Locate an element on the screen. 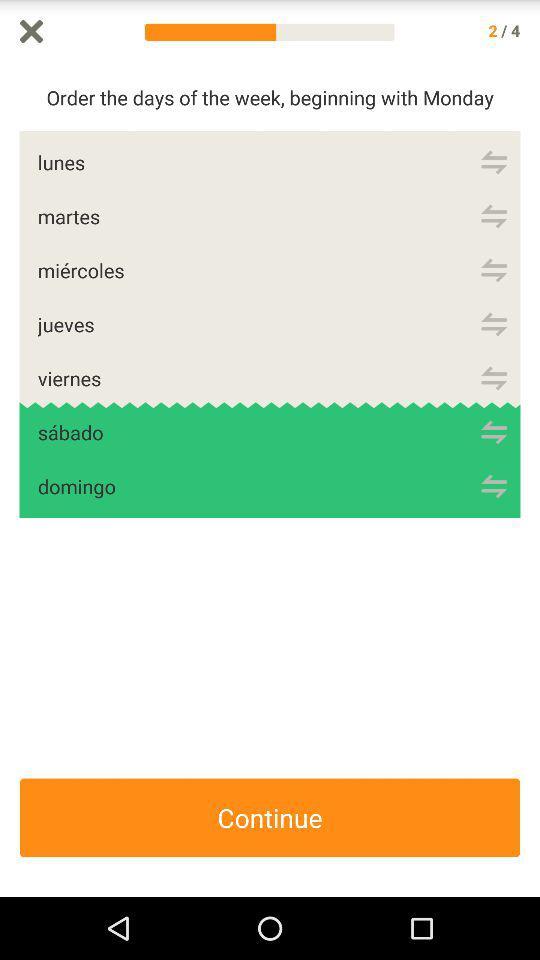 The image size is (540, 960). hold to change the position of items is located at coordinates (493, 324).